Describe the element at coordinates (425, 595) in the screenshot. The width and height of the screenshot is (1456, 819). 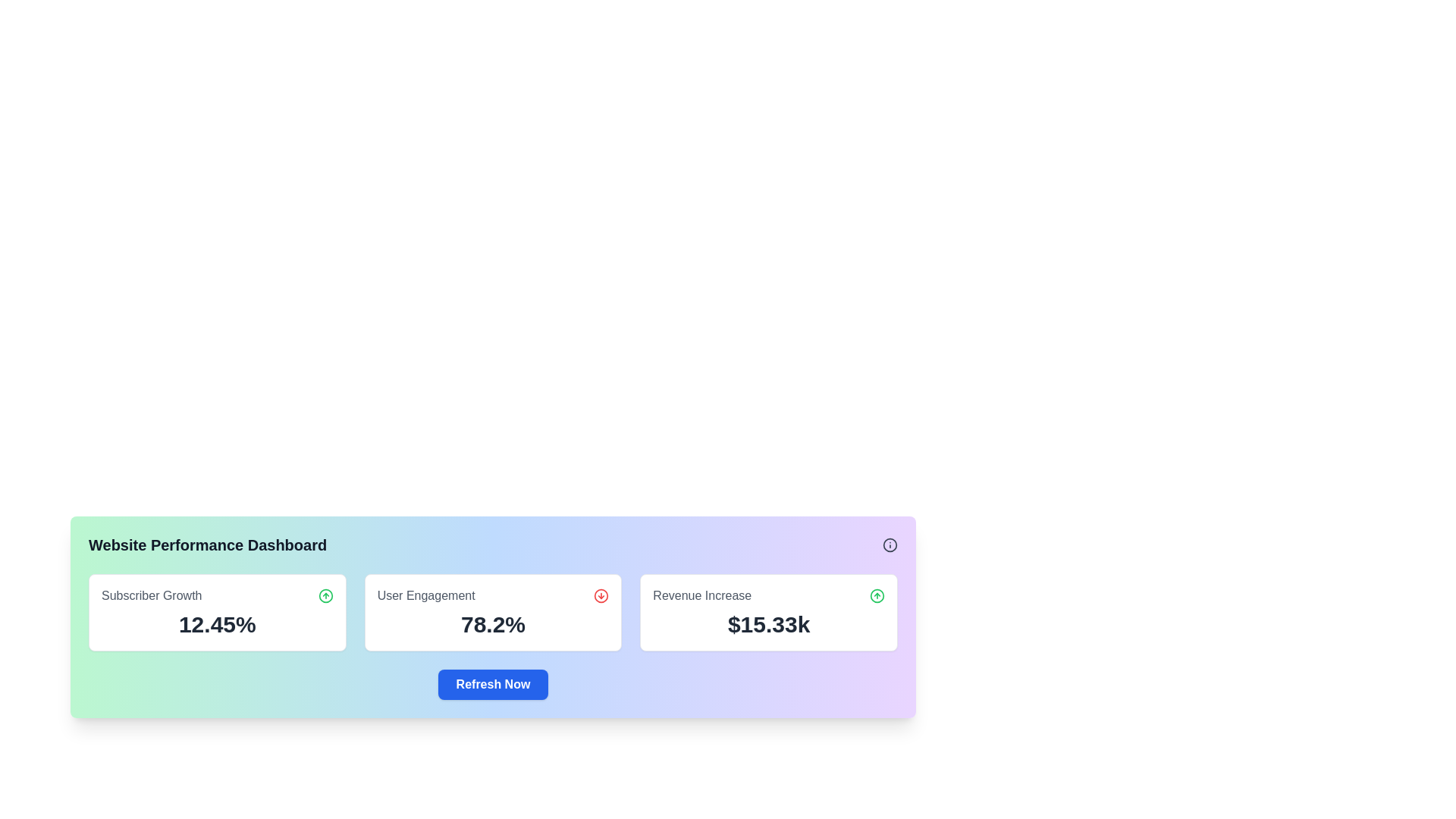
I see `the Text label that serves as a title for the statistics displayed below, located at the top of the center card in a three-card layout` at that location.